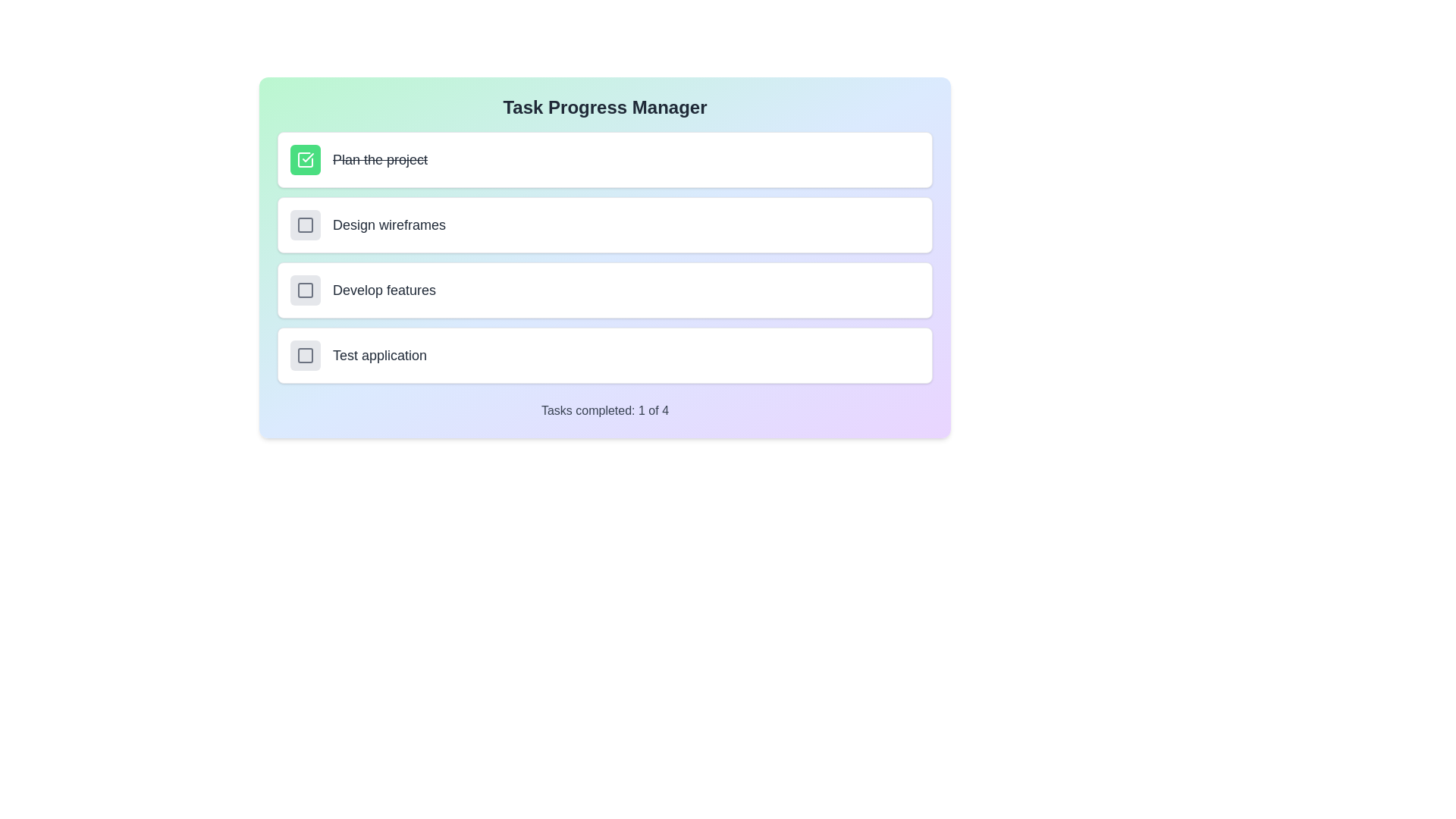 The image size is (1456, 819). Describe the element at coordinates (305, 160) in the screenshot. I see `the completion status icon located to the left of the 'Plan the project' task text` at that location.